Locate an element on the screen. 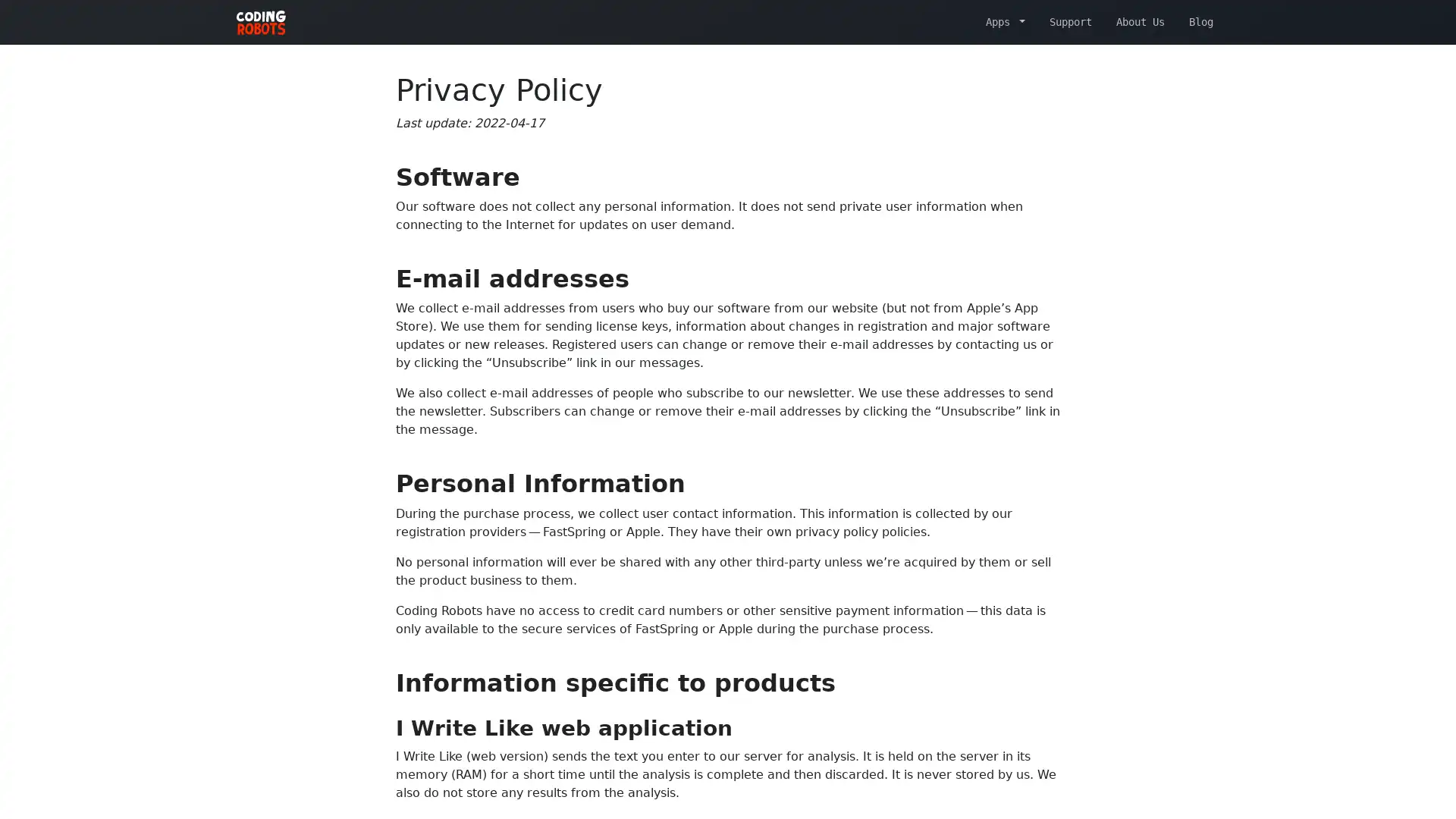  Apps is located at coordinates (1005, 21).